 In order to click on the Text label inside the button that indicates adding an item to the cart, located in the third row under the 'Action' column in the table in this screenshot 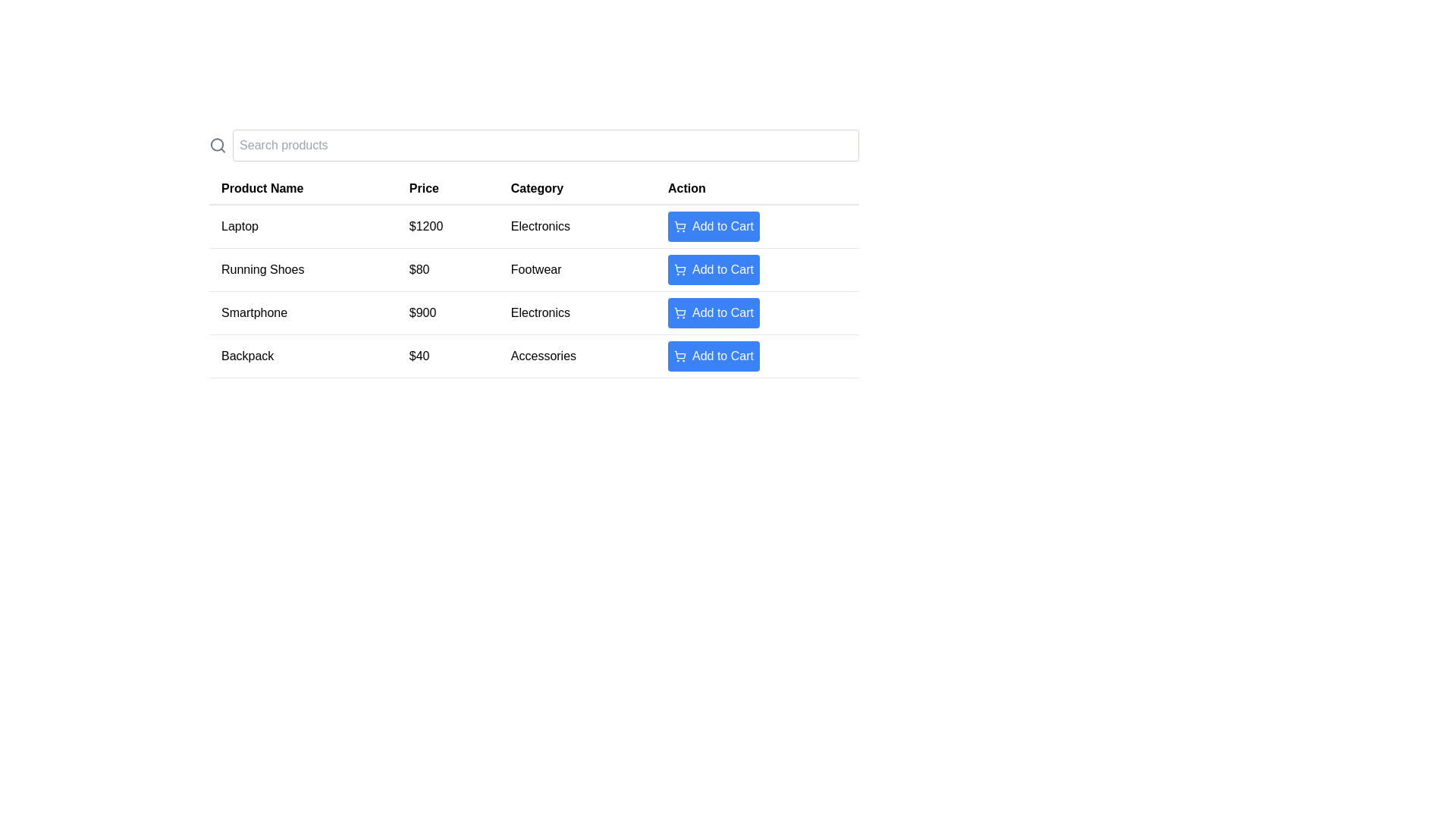, I will do `click(722, 312)`.